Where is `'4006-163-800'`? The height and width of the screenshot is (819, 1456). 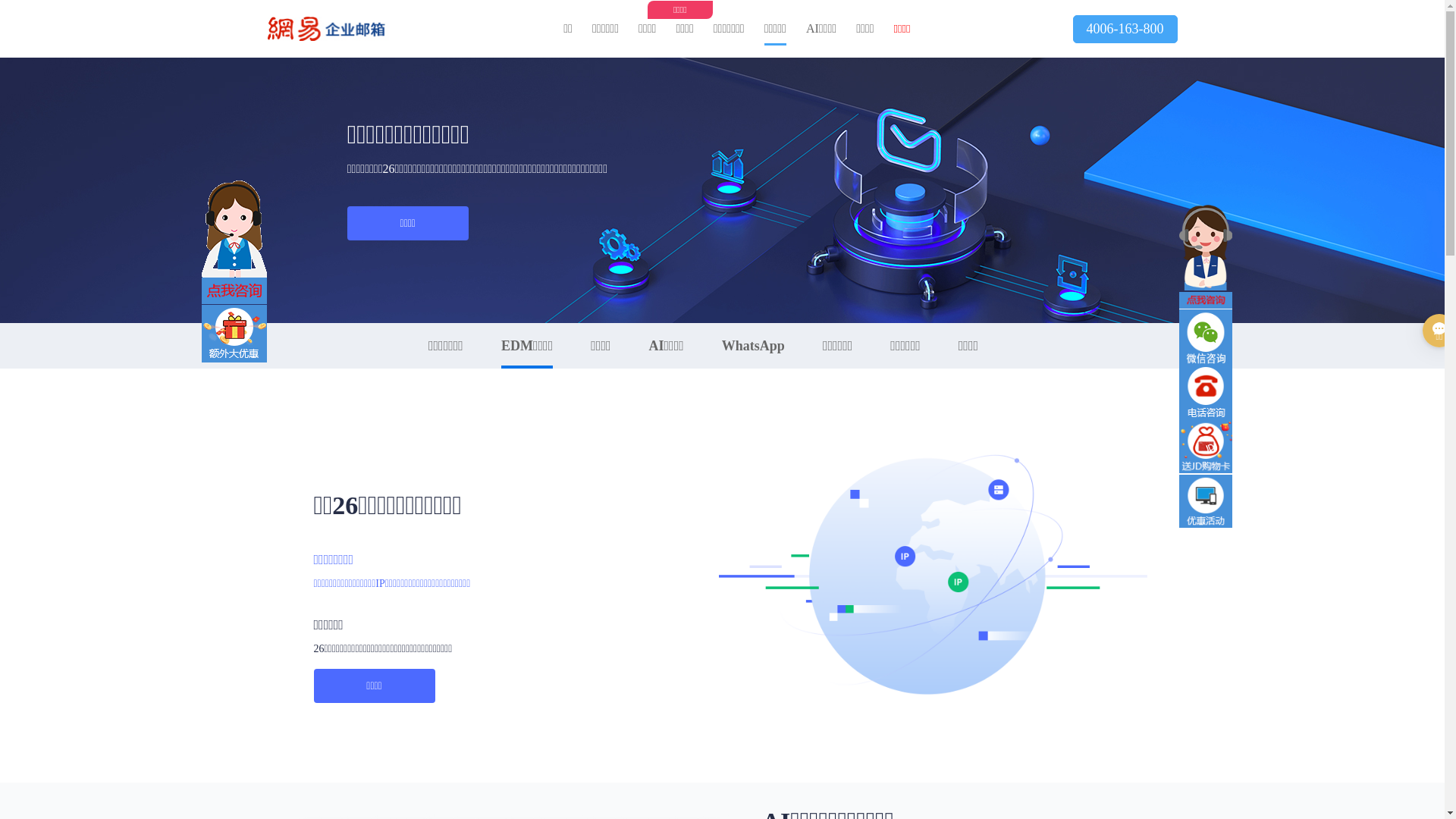
'4006-163-800' is located at coordinates (1125, 29).